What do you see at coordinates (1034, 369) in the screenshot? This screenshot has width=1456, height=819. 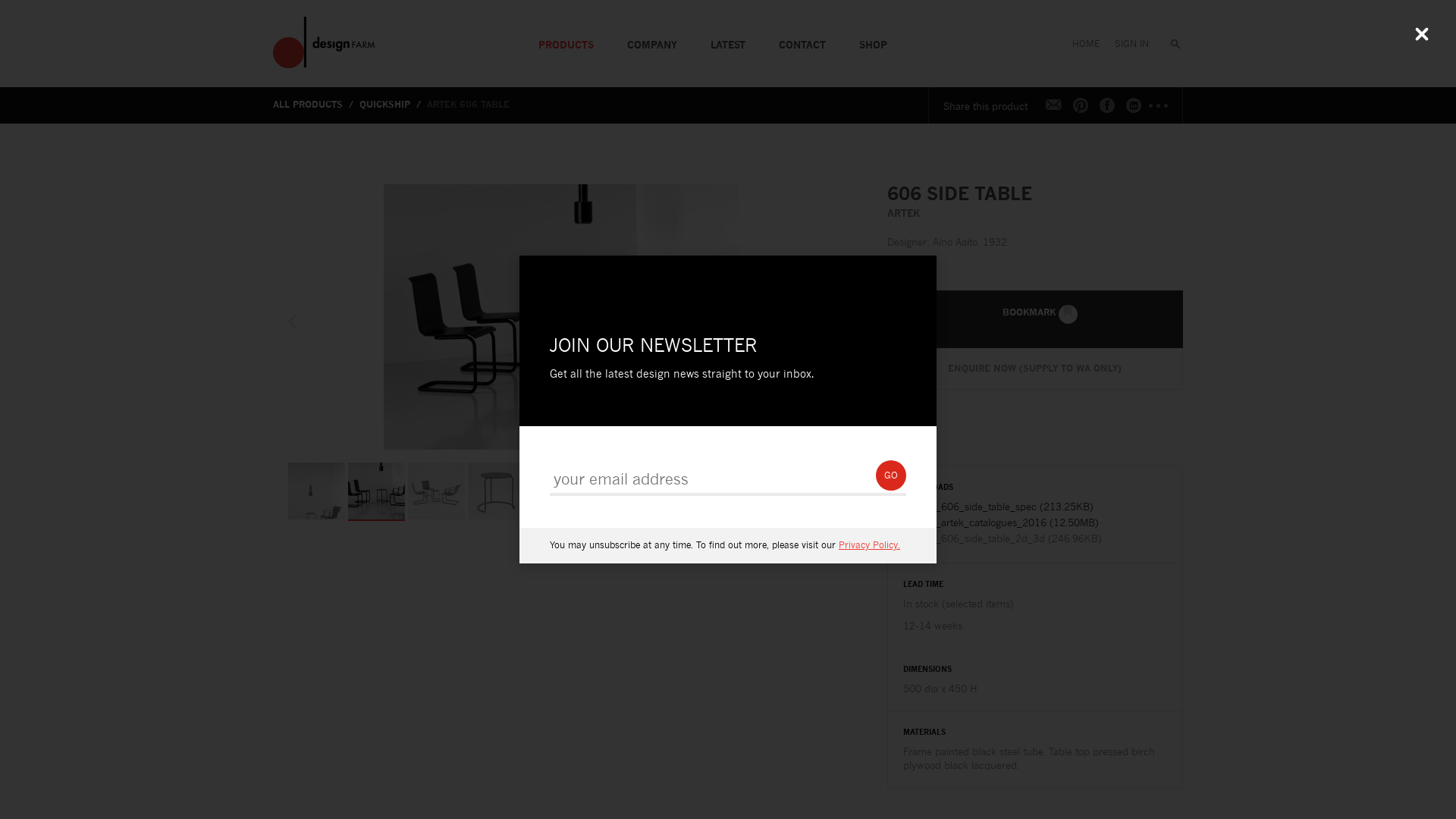 I see `'ENQUIRE NOW (SUPPLY TO WA ONLY)'` at bounding box center [1034, 369].